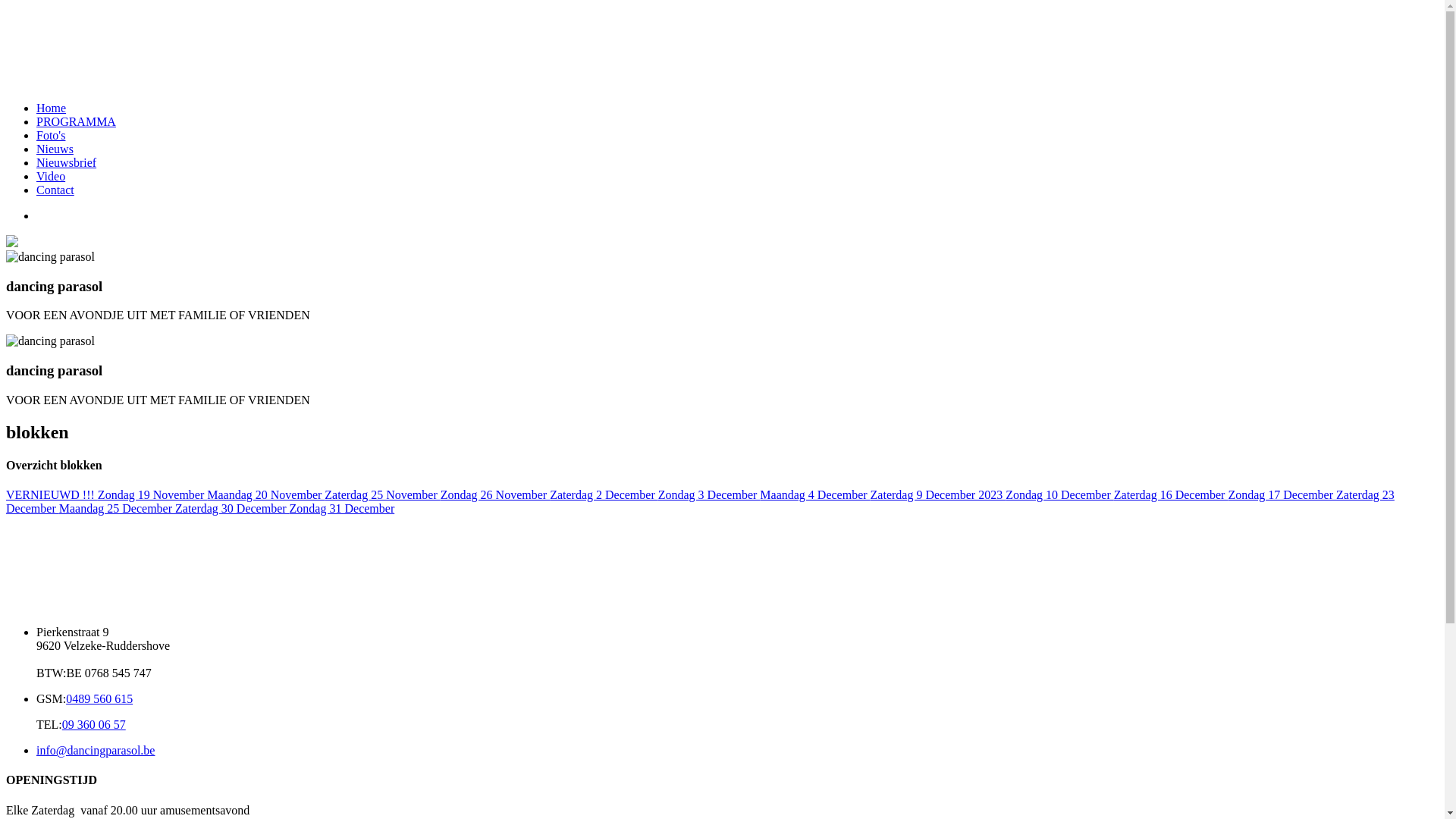 The image size is (1456, 819). Describe the element at coordinates (603, 494) in the screenshot. I see `'Zaterdag 2 December'` at that location.